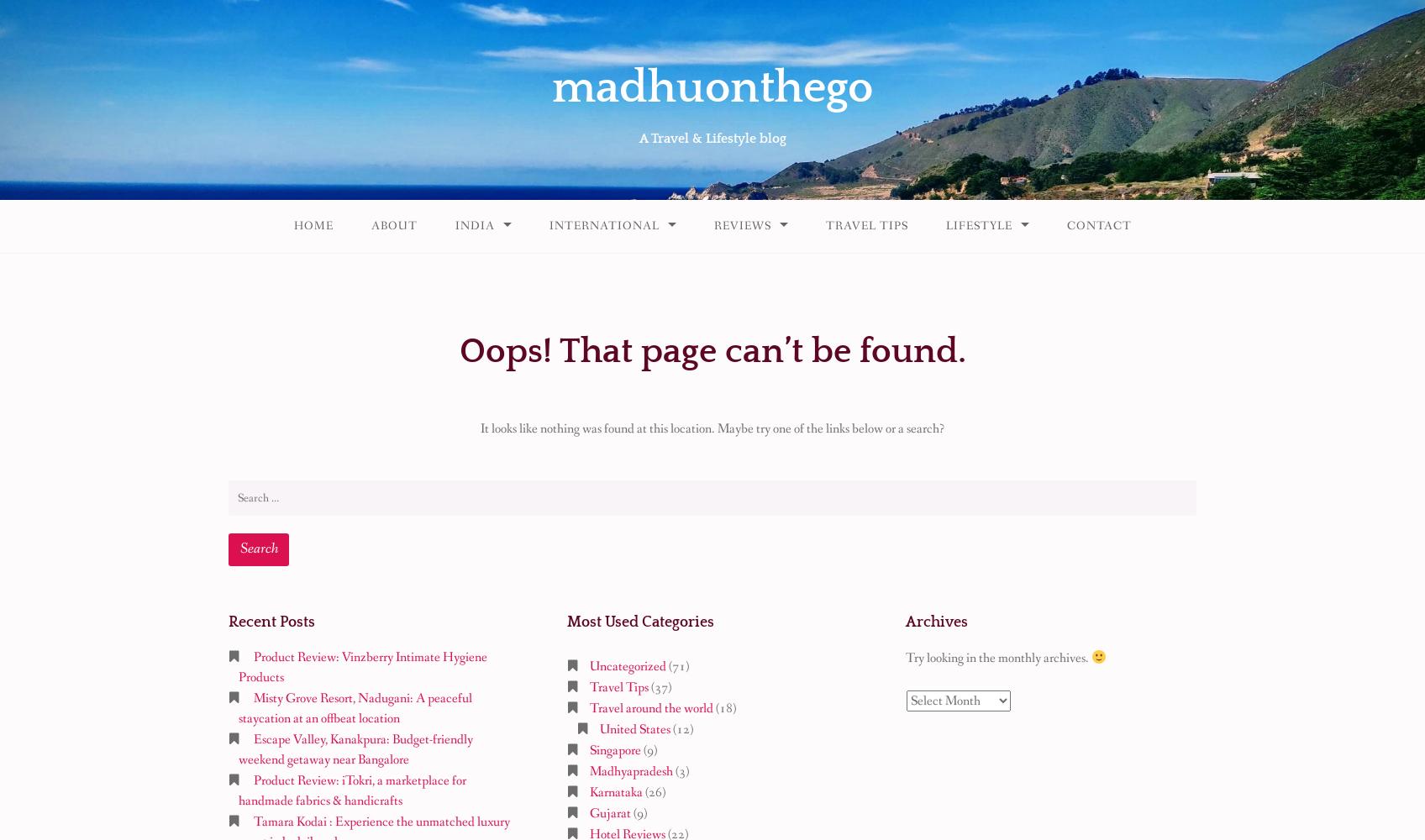  What do you see at coordinates (978, 226) in the screenshot?
I see `'Lifestyle'` at bounding box center [978, 226].